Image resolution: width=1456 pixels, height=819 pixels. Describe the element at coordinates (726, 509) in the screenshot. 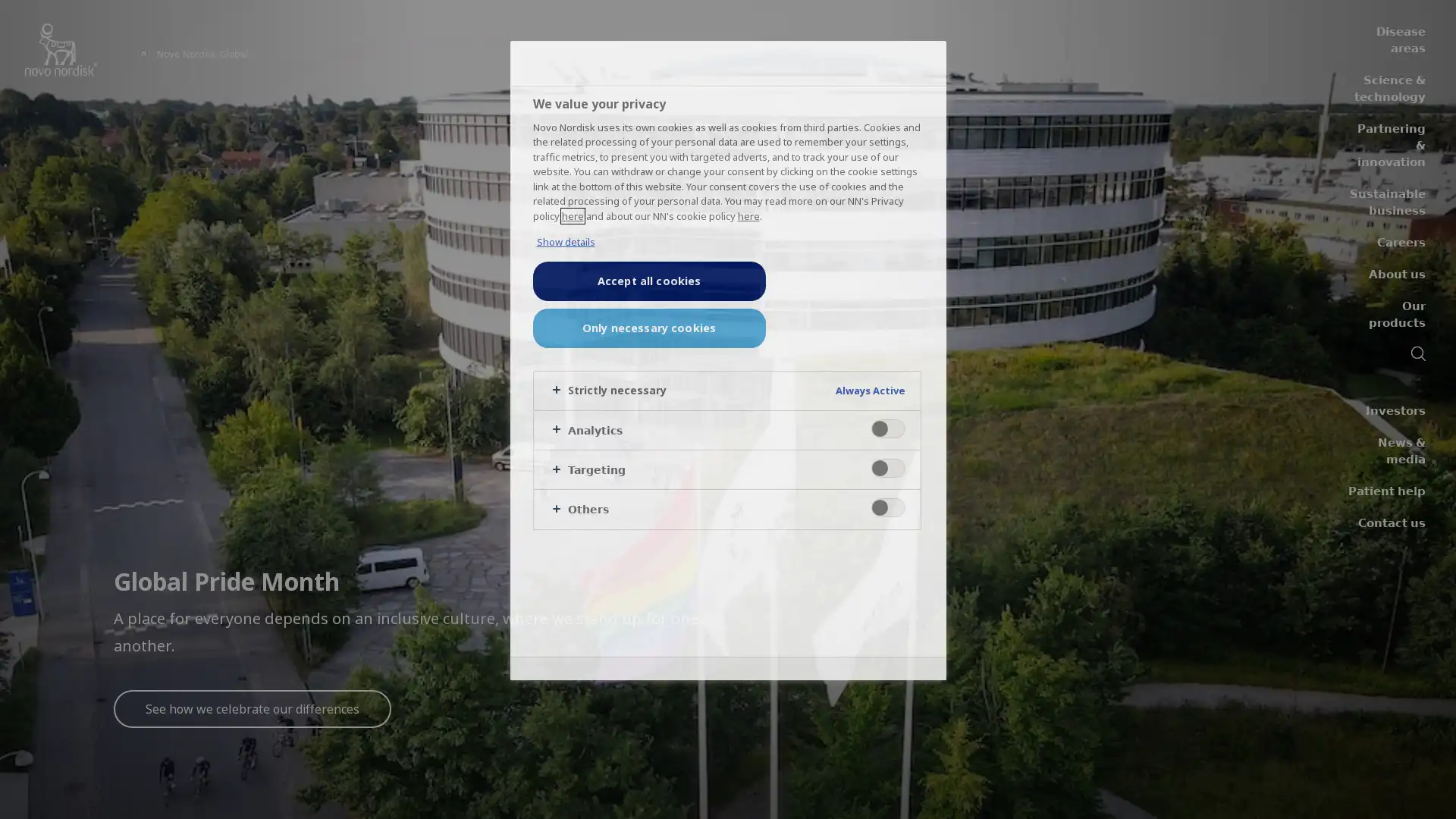

I see `Others` at that location.